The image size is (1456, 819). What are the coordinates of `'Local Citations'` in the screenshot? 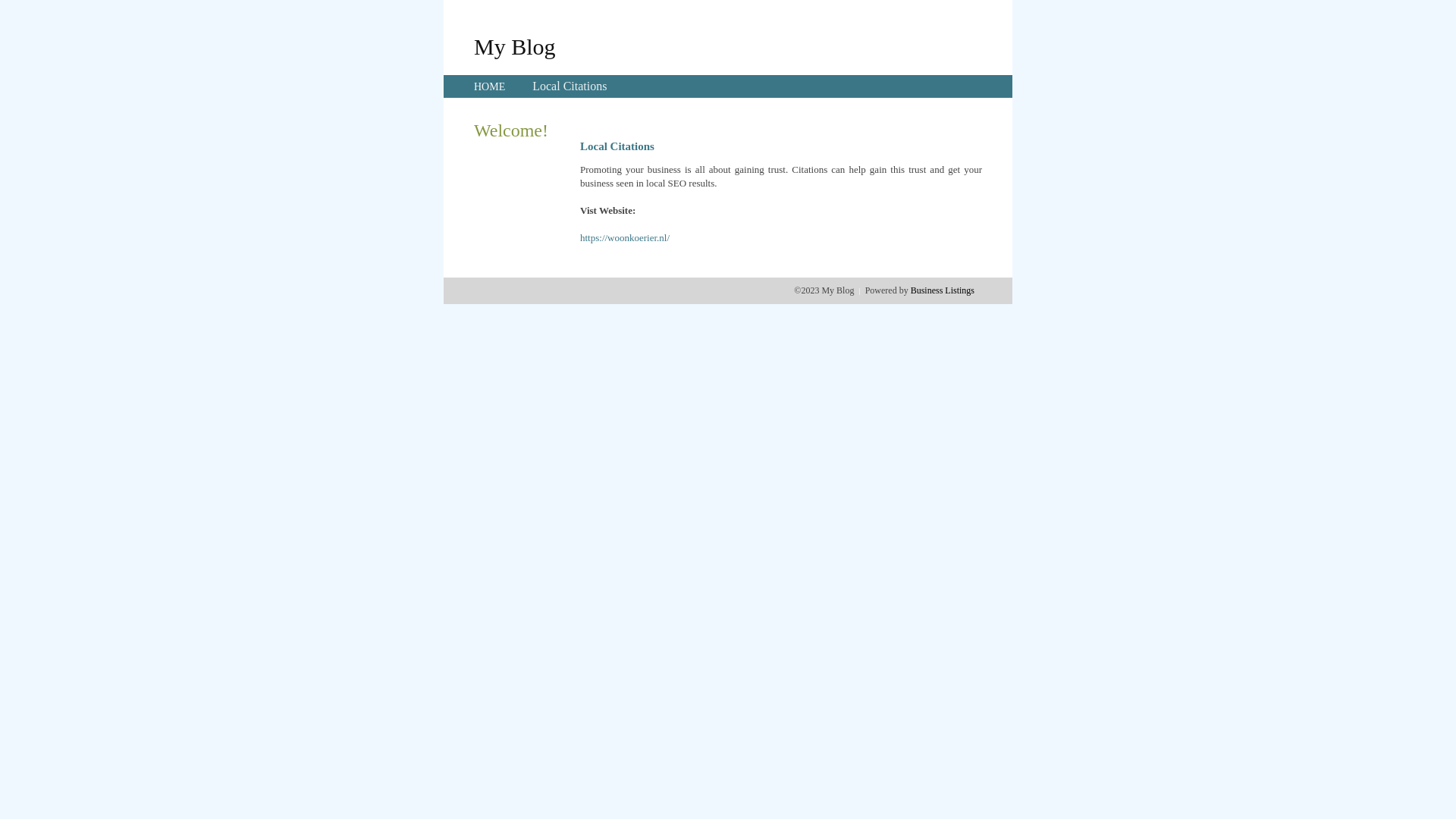 It's located at (532, 86).